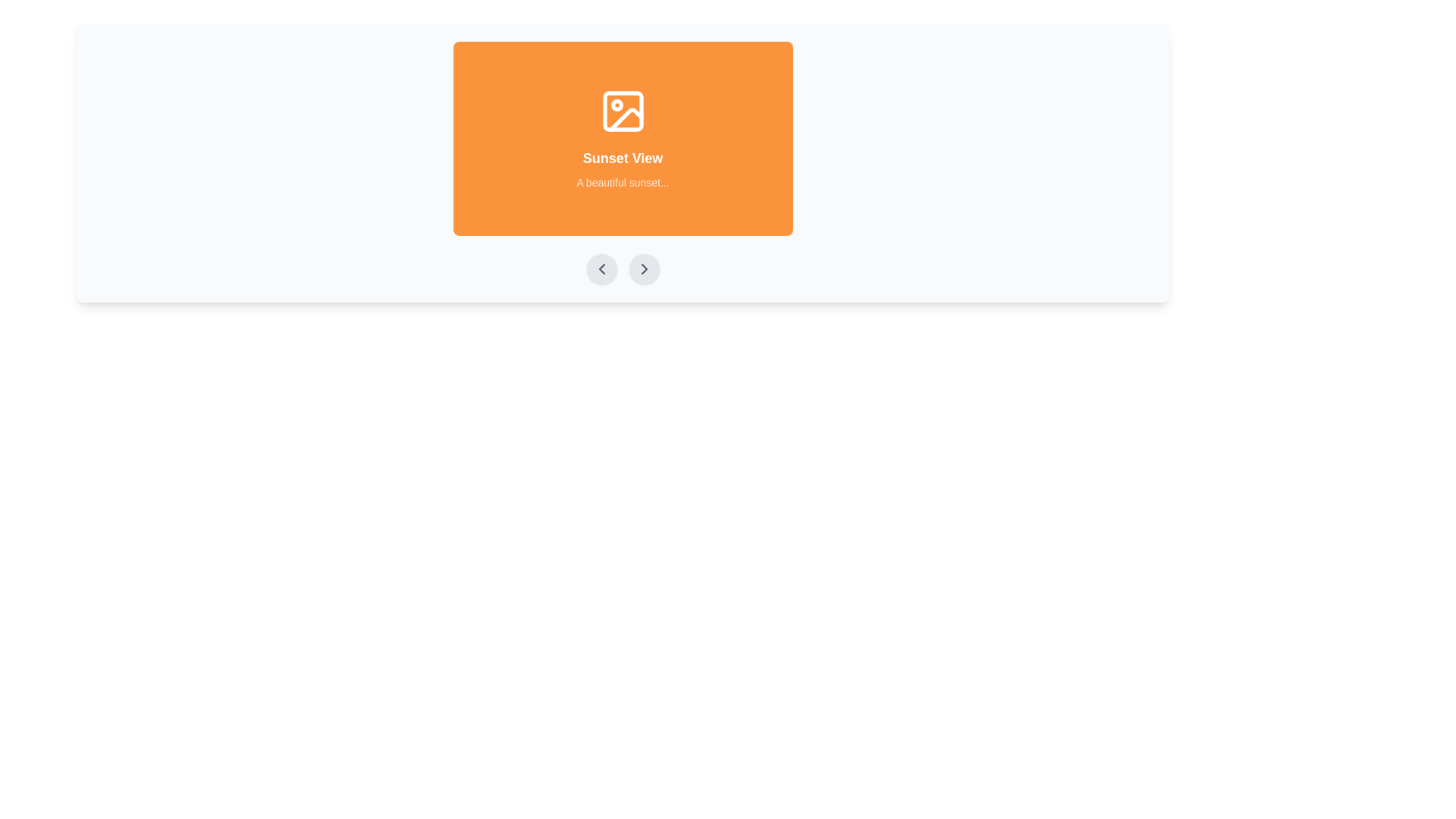 Image resolution: width=1456 pixels, height=819 pixels. What do you see at coordinates (644, 268) in the screenshot?
I see `the right-facing chevron arrow icon, styled with thin lines and part of the 'lucide-chevron-right' SVG component` at bounding box center [644, 268].